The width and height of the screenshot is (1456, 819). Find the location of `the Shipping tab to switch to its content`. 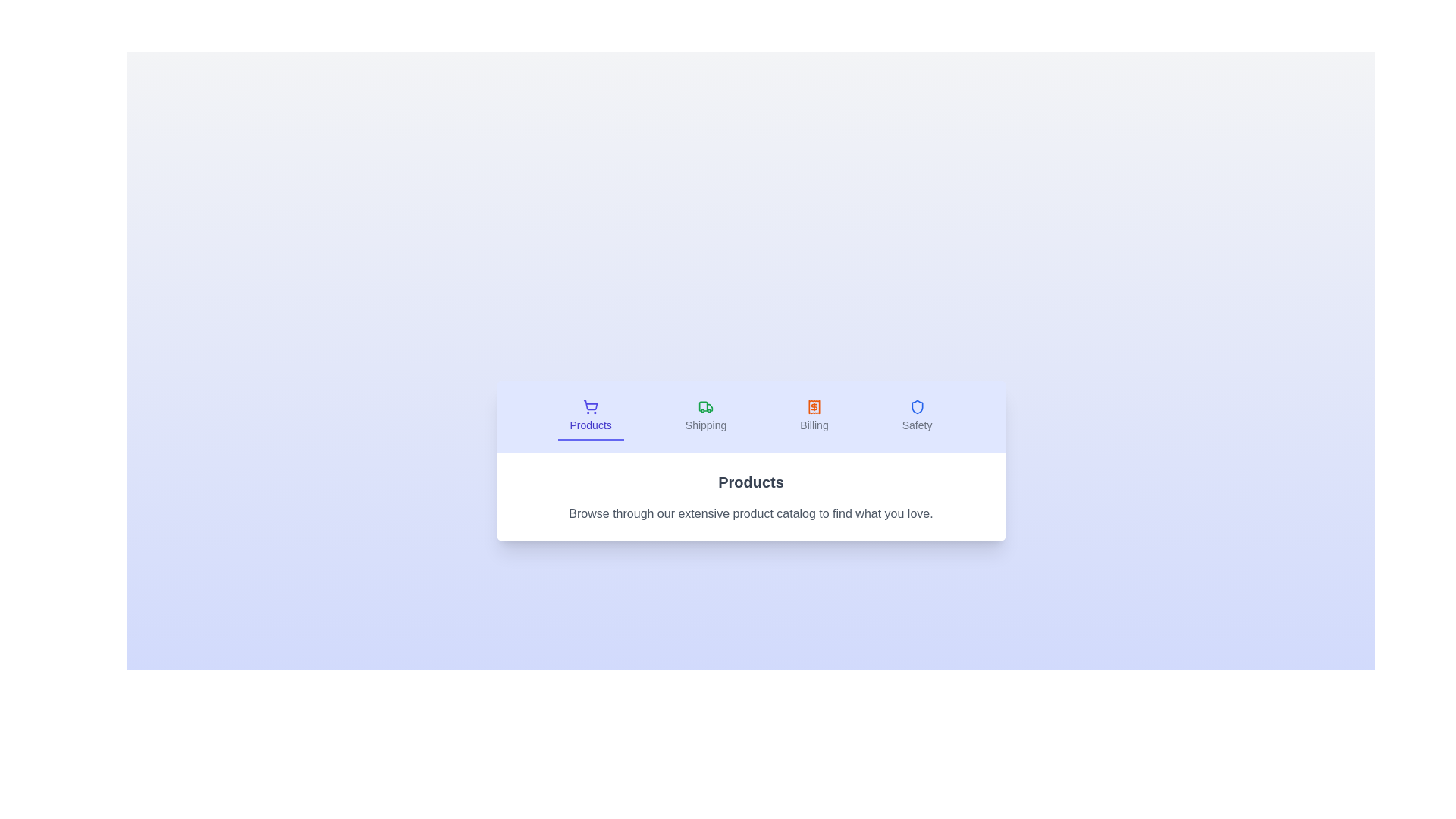

the Shipping tab to switch to its content is located at coordinates (705, 417).